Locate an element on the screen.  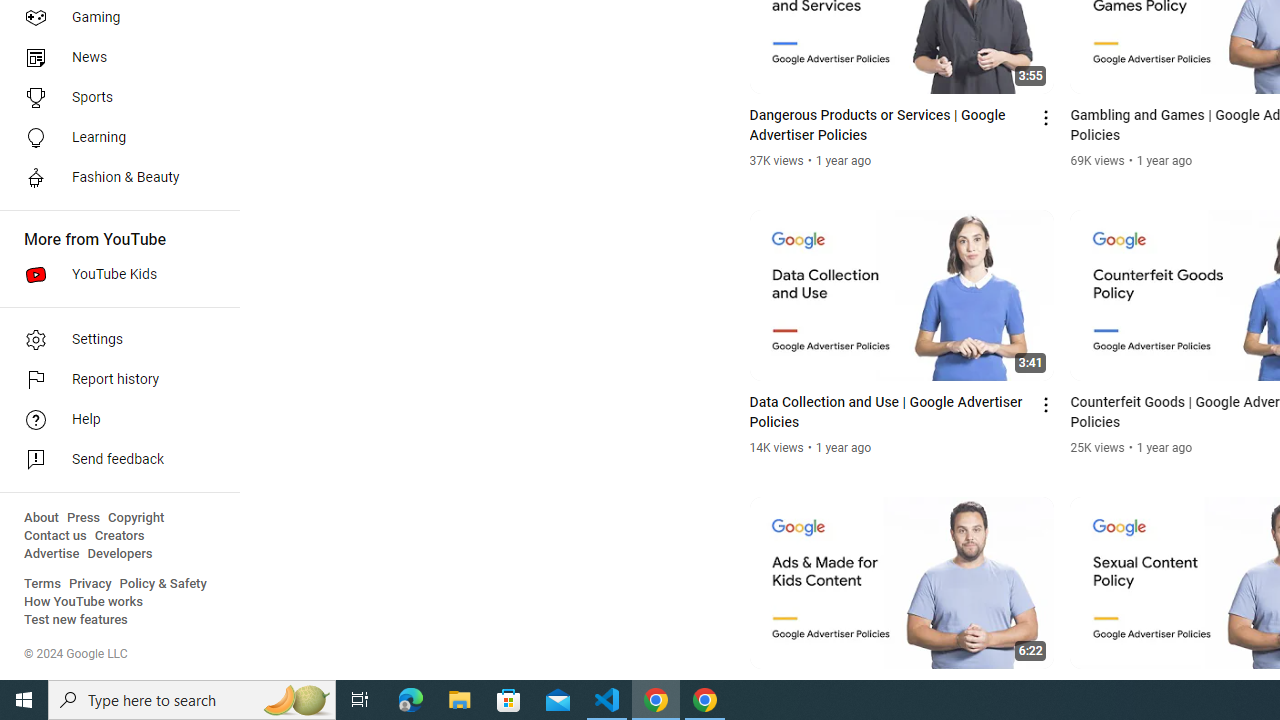
'Contact us' is located at coordinates (55, 535).